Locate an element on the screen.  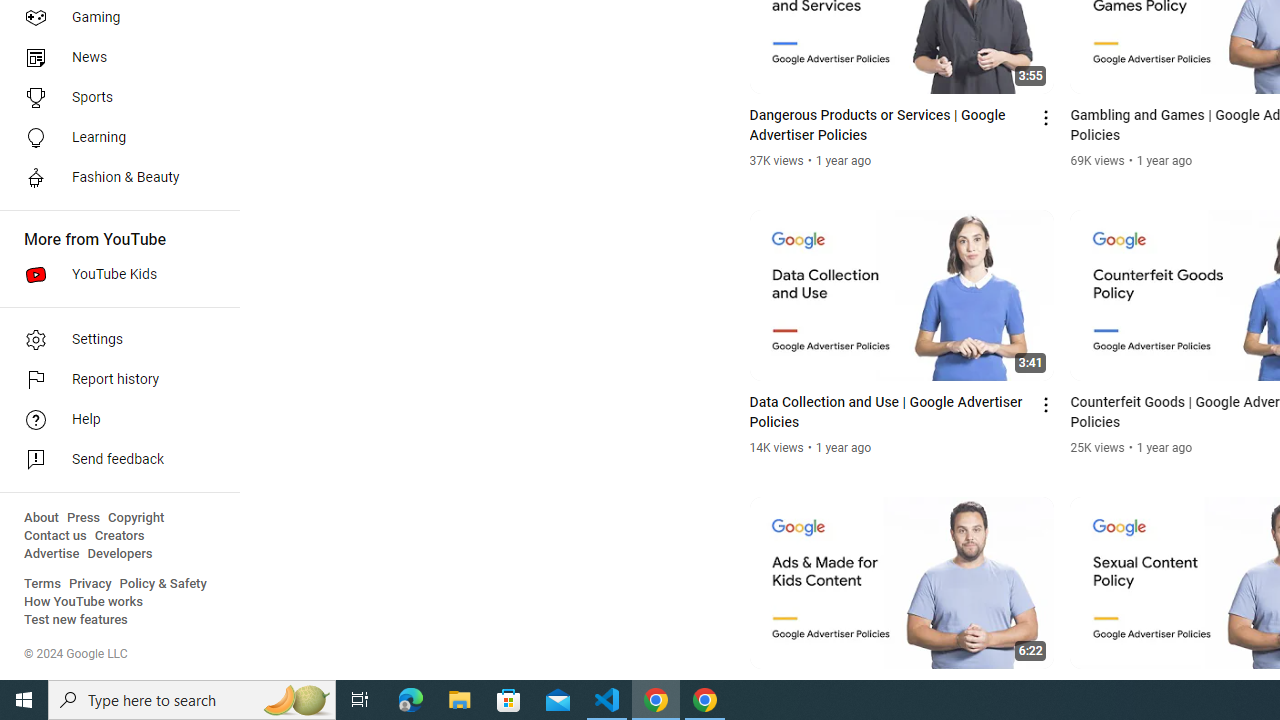
'Contact us' is located at coordinates (55, 535).